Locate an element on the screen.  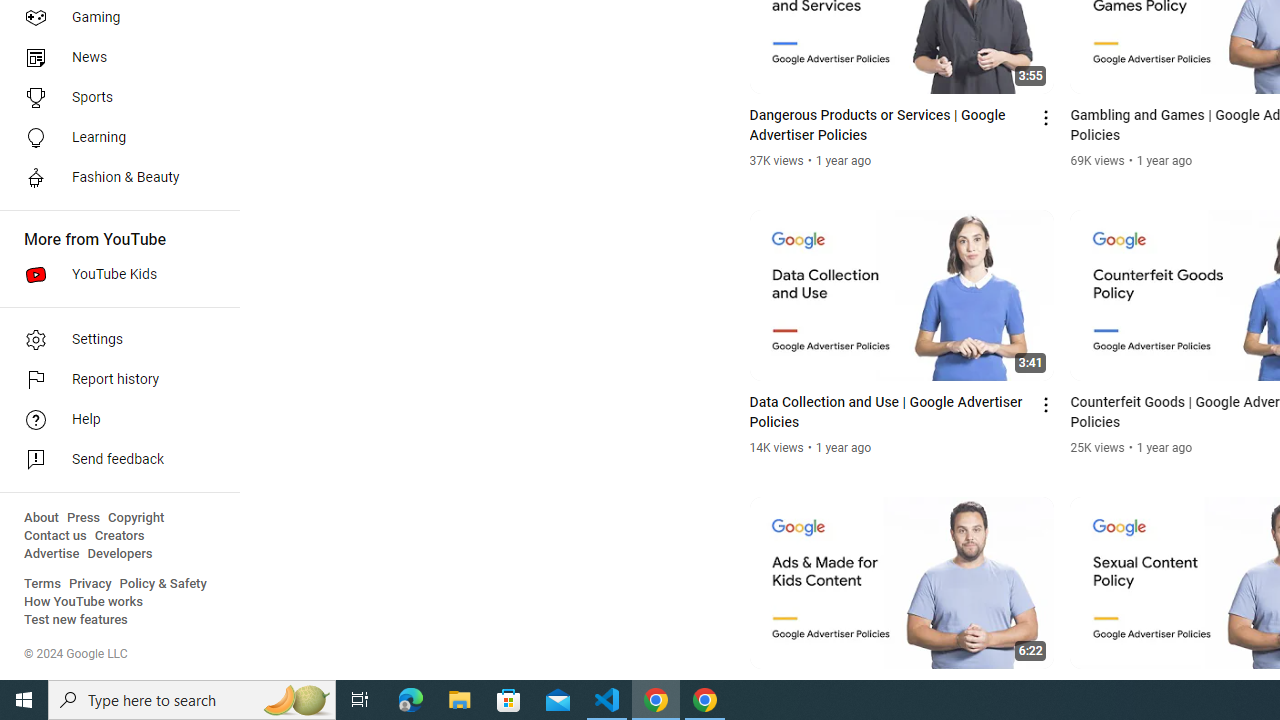
'Contact us' is located at coordinates (55, 535).